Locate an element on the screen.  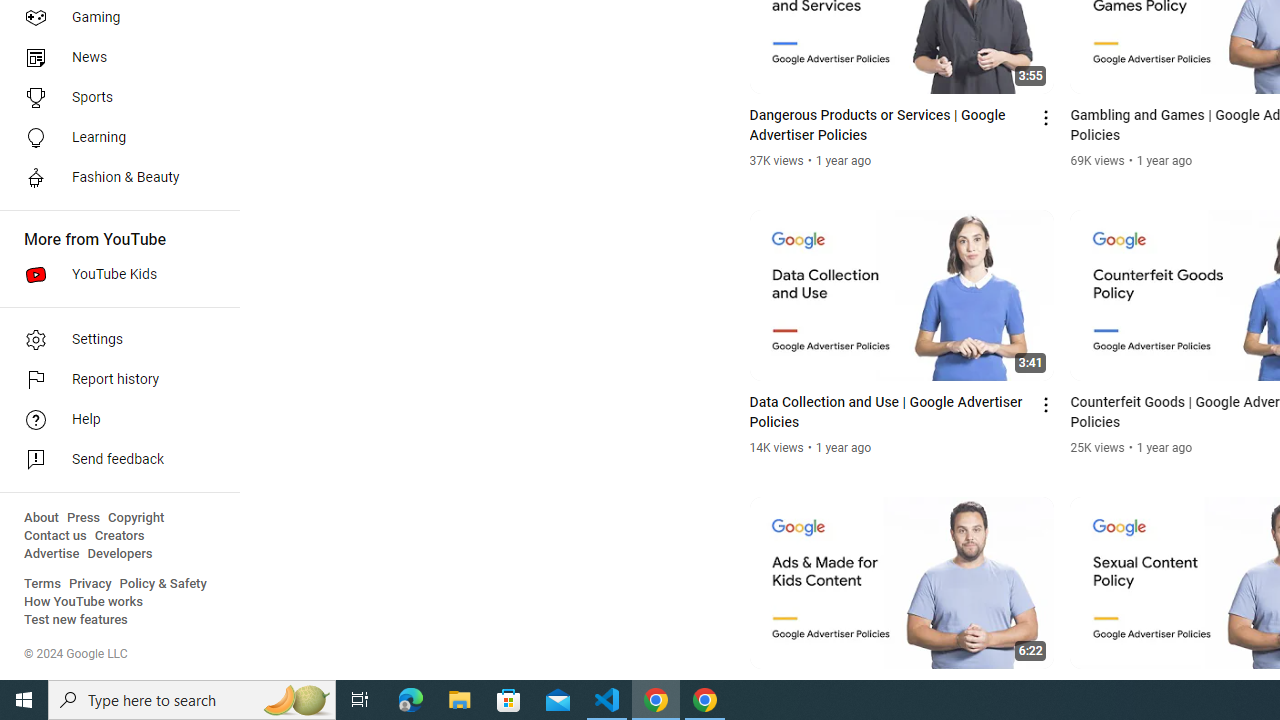
'Contact us' is located at coordinates (55, 535).